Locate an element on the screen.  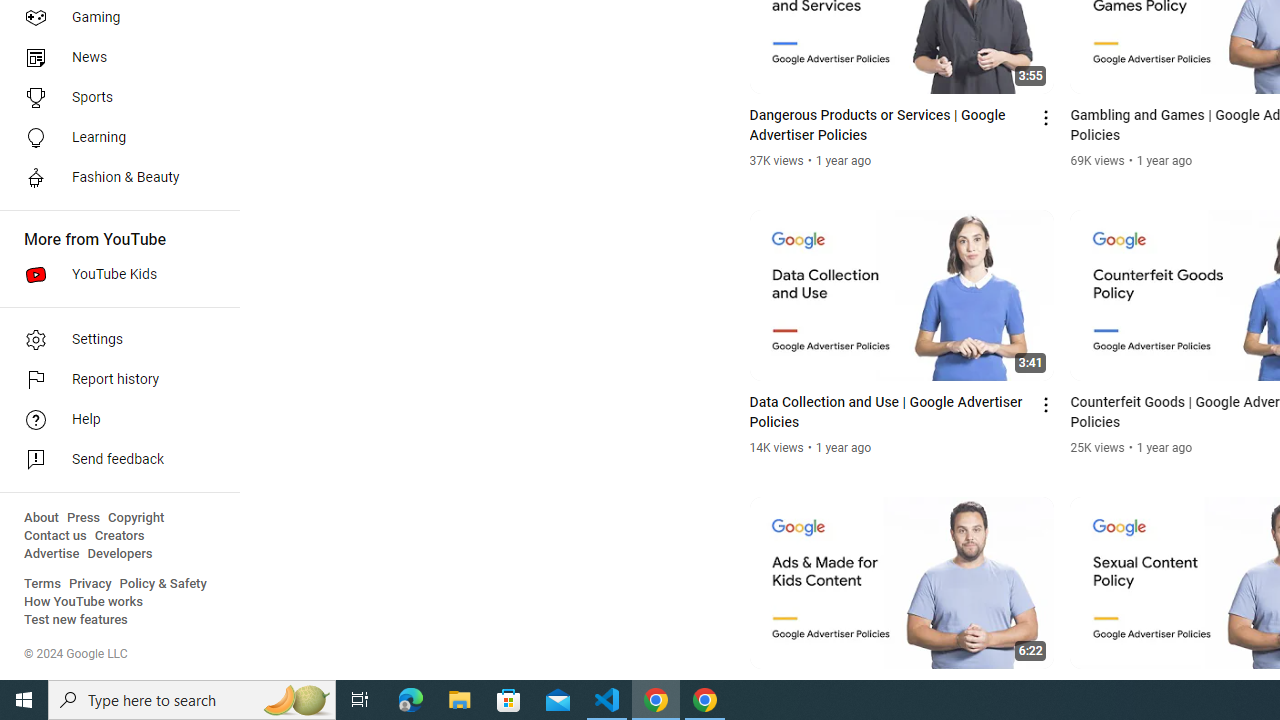
'Contact us' is located at coordinates (55, 535).